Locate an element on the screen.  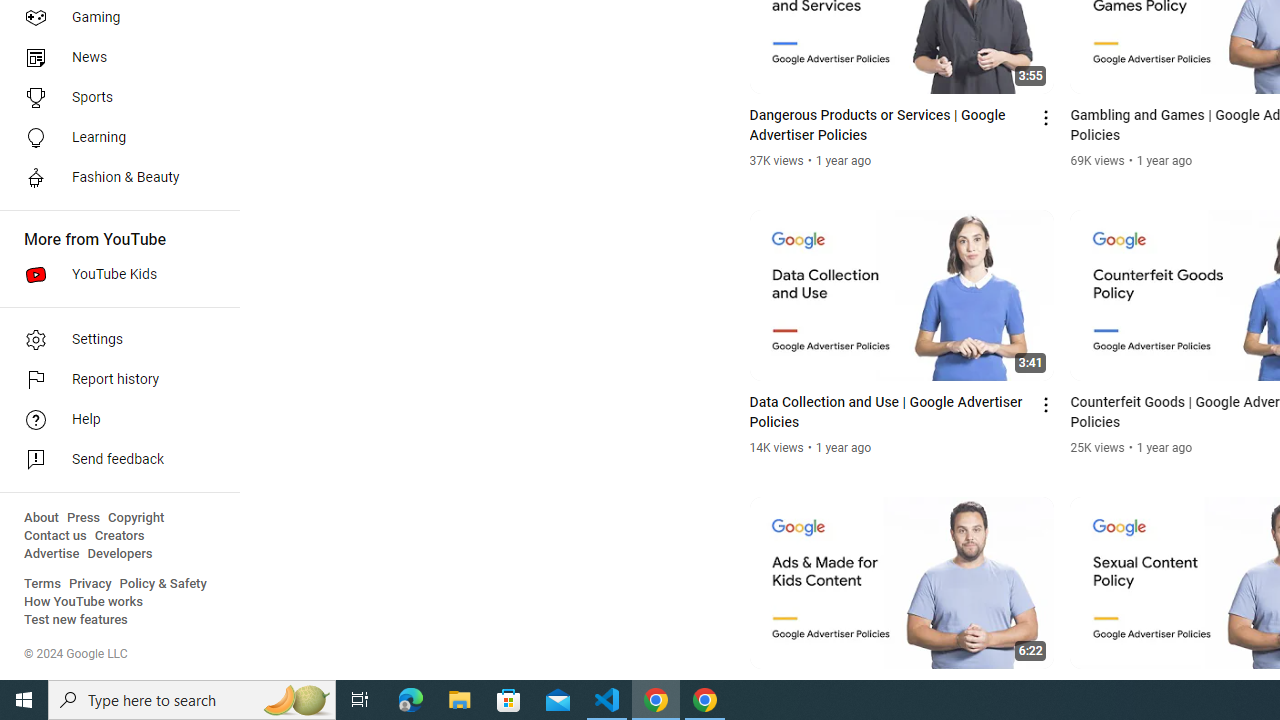
'Contact us' is located at coordinates (55, 535).